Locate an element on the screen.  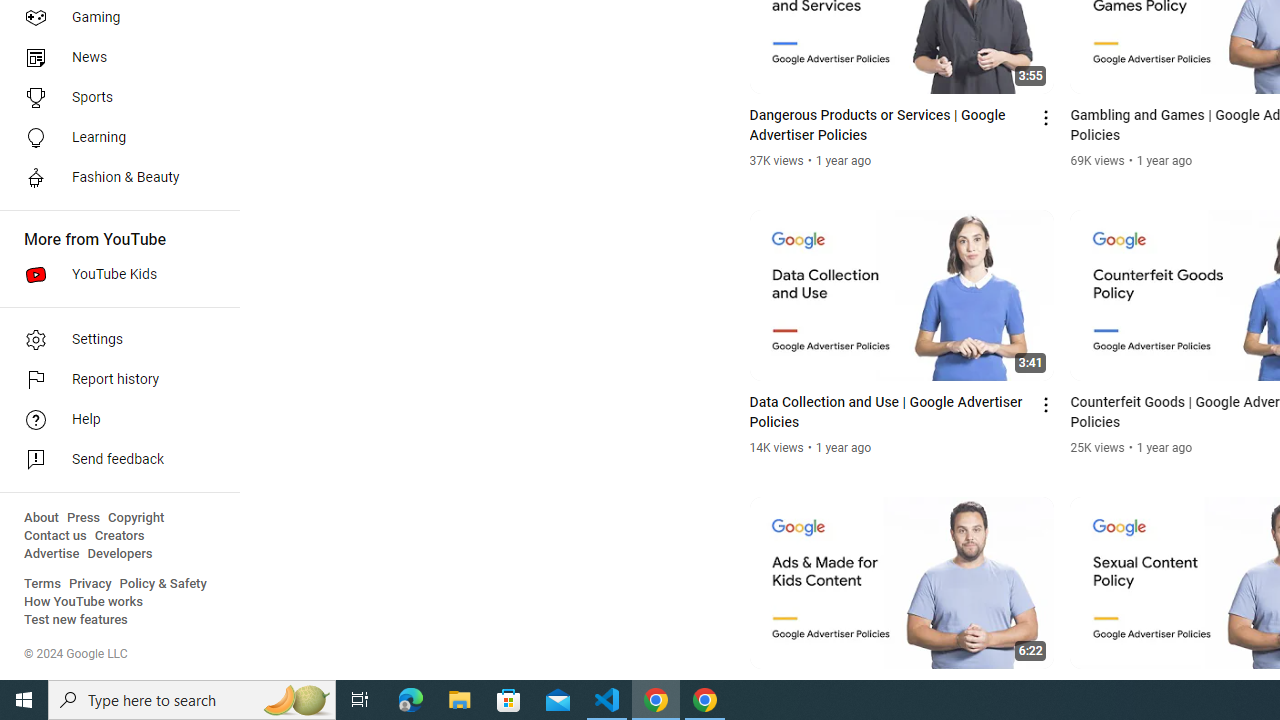
'Contact us' is located at coordinates (55, 535).